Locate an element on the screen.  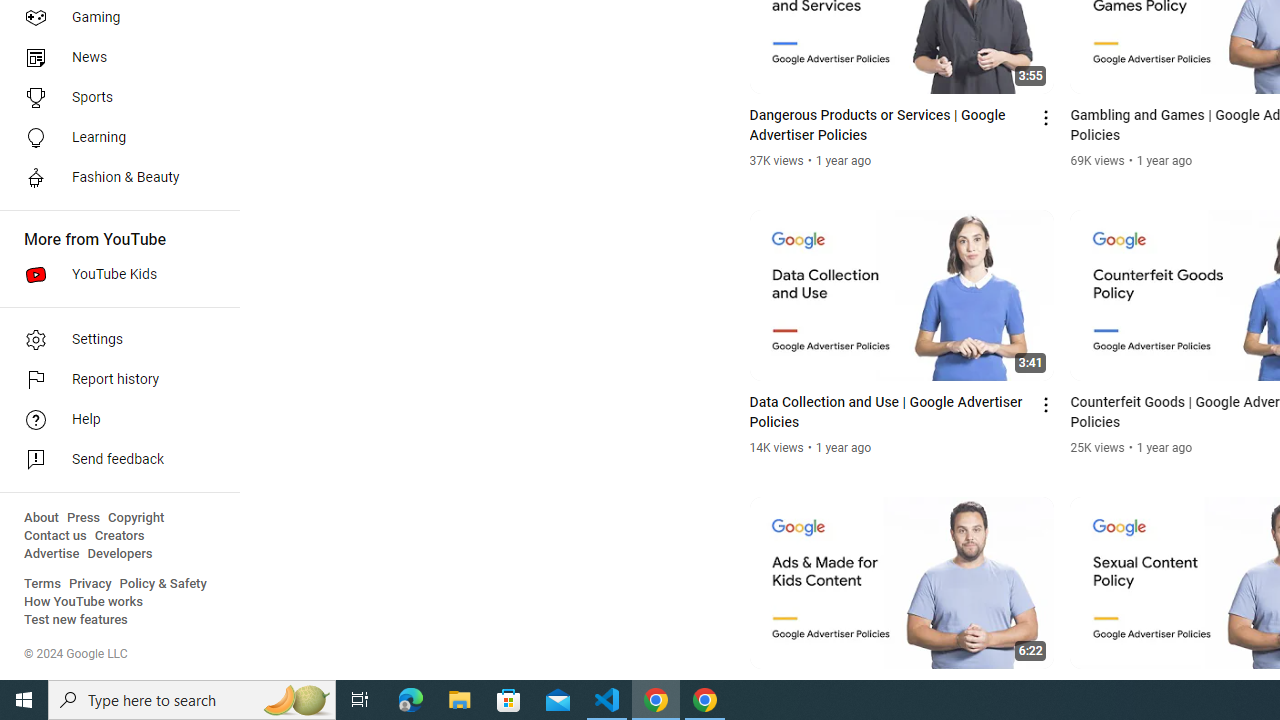
'Contact us' is located at coordinates (55, 535).